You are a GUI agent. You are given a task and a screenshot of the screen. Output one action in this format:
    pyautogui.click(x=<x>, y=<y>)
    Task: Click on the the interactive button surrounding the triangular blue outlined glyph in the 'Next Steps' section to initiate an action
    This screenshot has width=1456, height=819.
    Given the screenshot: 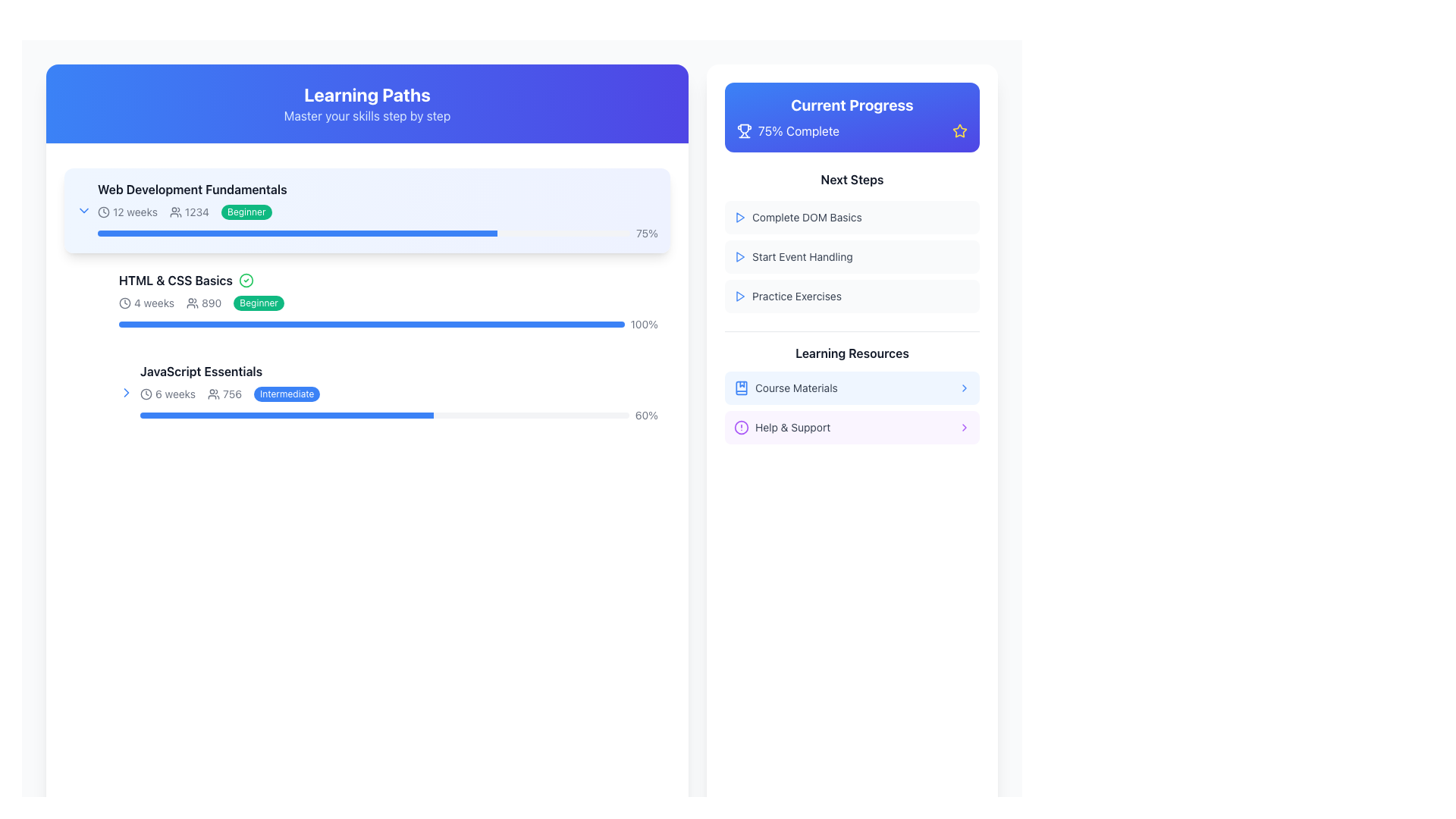 What is the action you would take?
    pyautogui.click(x=740, y=217)
    